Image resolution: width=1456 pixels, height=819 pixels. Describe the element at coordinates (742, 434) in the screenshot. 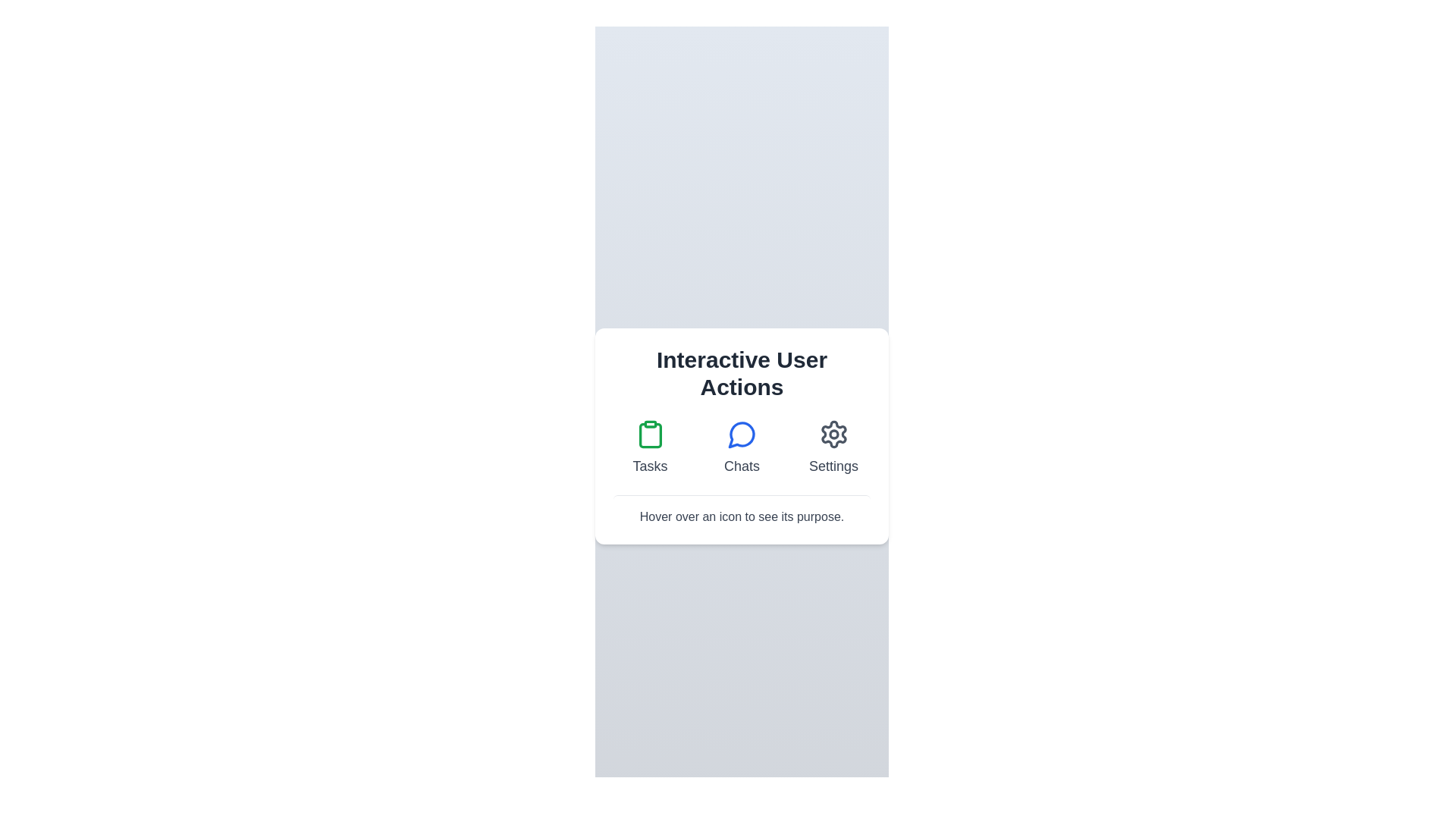

I see `the blue circular icon resembling a speech bubble, which is aligned above the 'Chats' label and between the 'Tasks' and 'Settings' icons` at that location.